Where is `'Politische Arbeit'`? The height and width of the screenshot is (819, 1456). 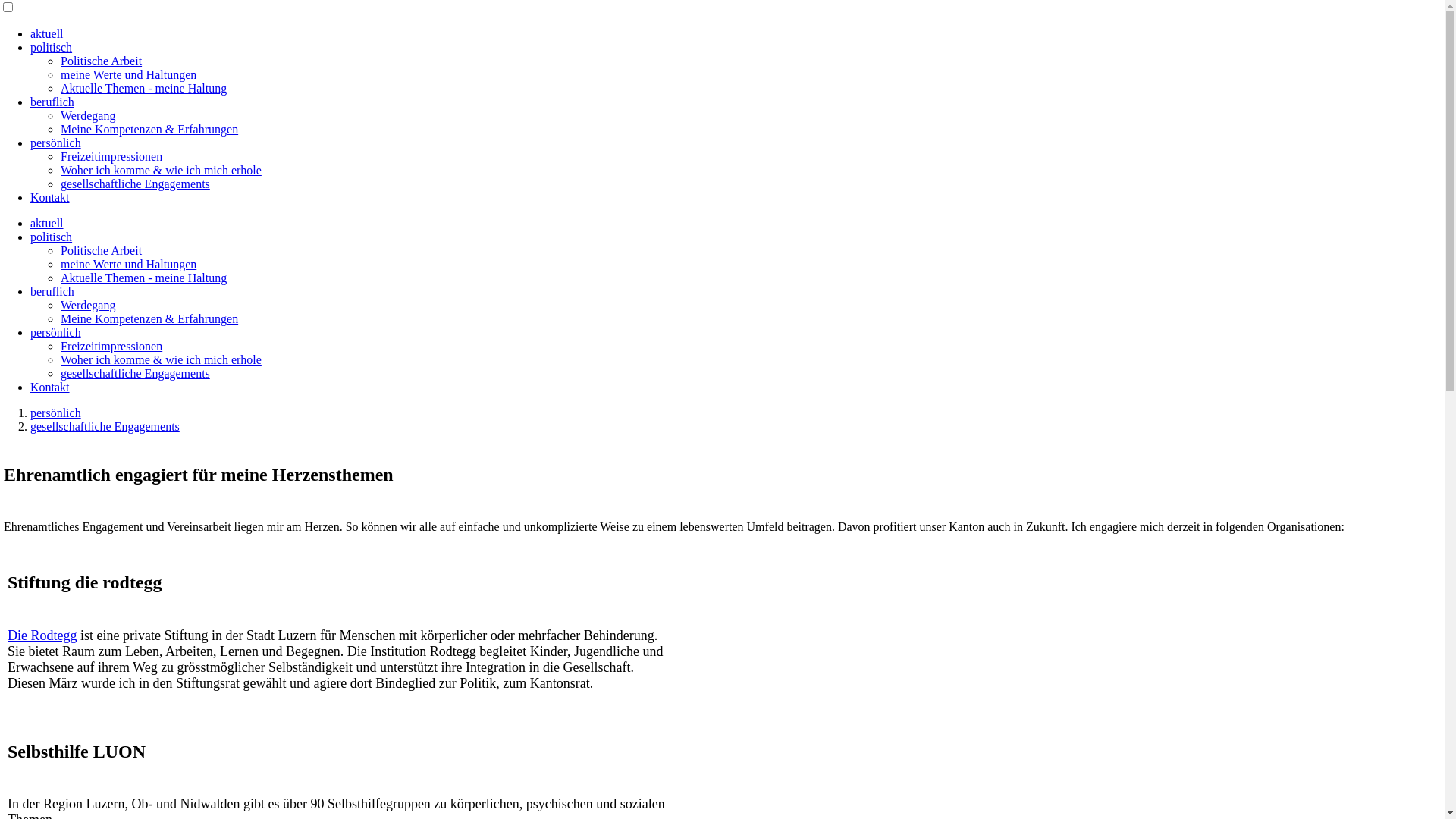 'Politische Arbeit' is located at coordinates (100, 249).